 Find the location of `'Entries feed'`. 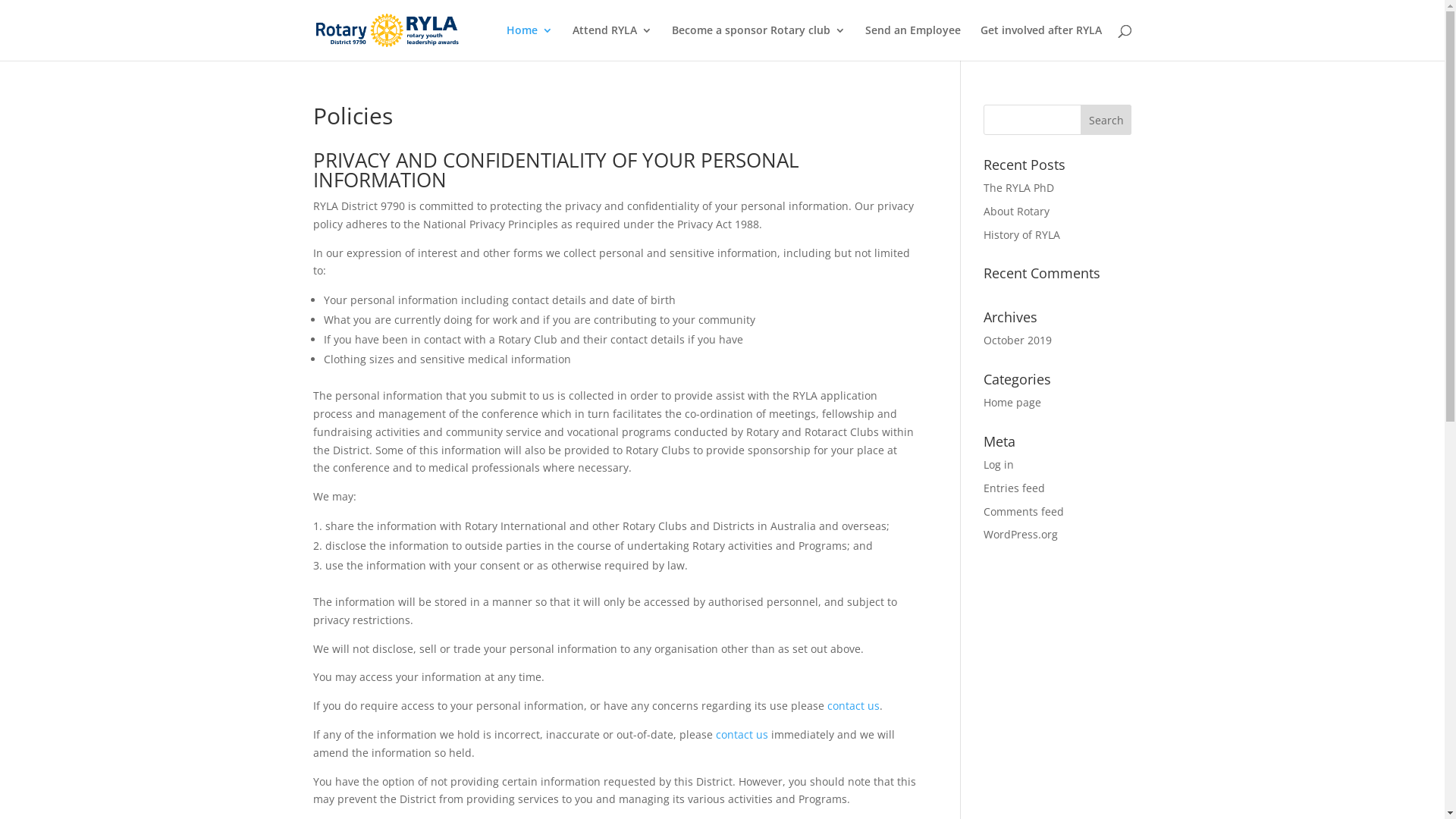

'Entries feed' is located at coordinates (983, 488).